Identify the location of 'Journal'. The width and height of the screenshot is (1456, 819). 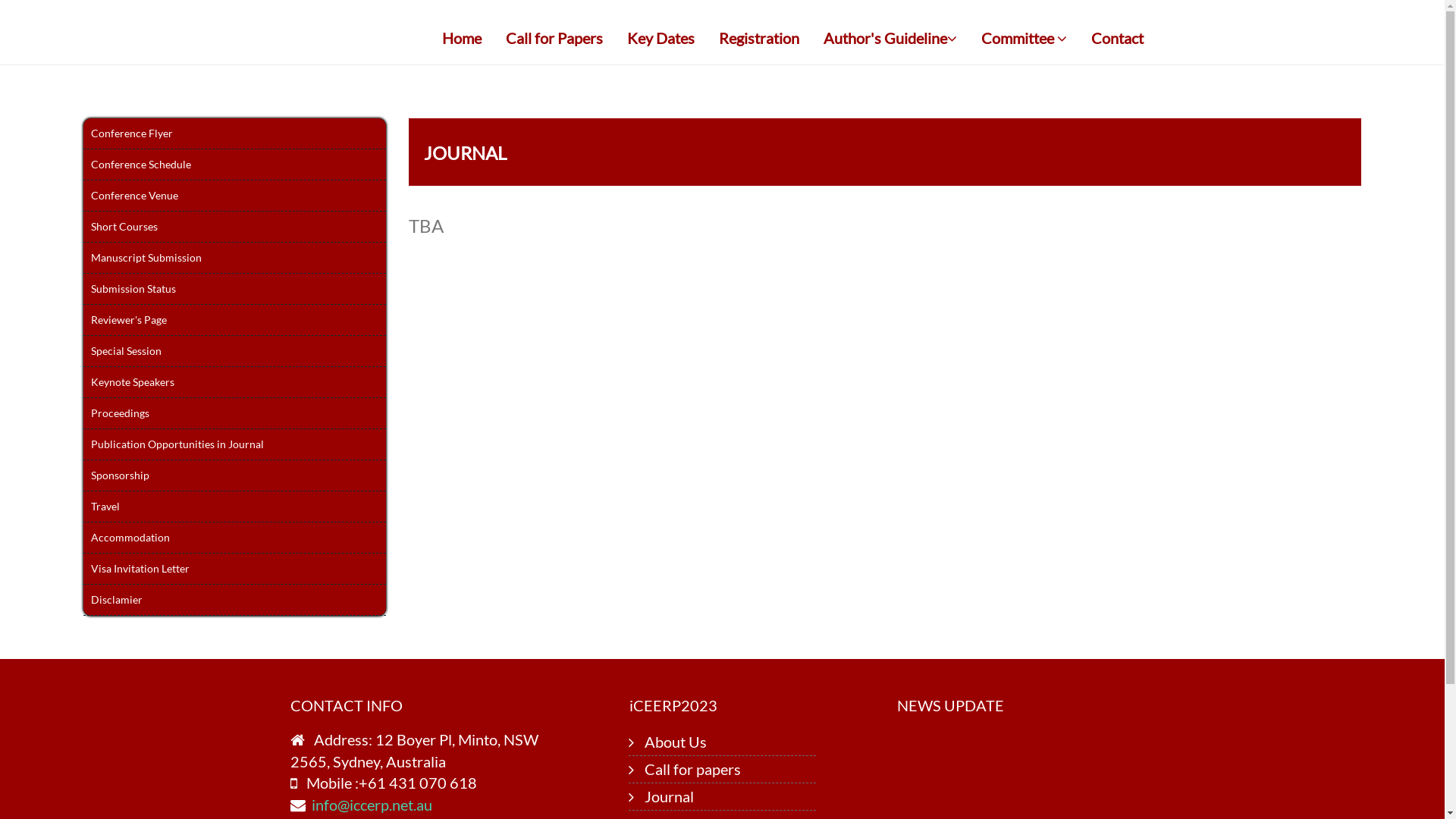
(644, 795).